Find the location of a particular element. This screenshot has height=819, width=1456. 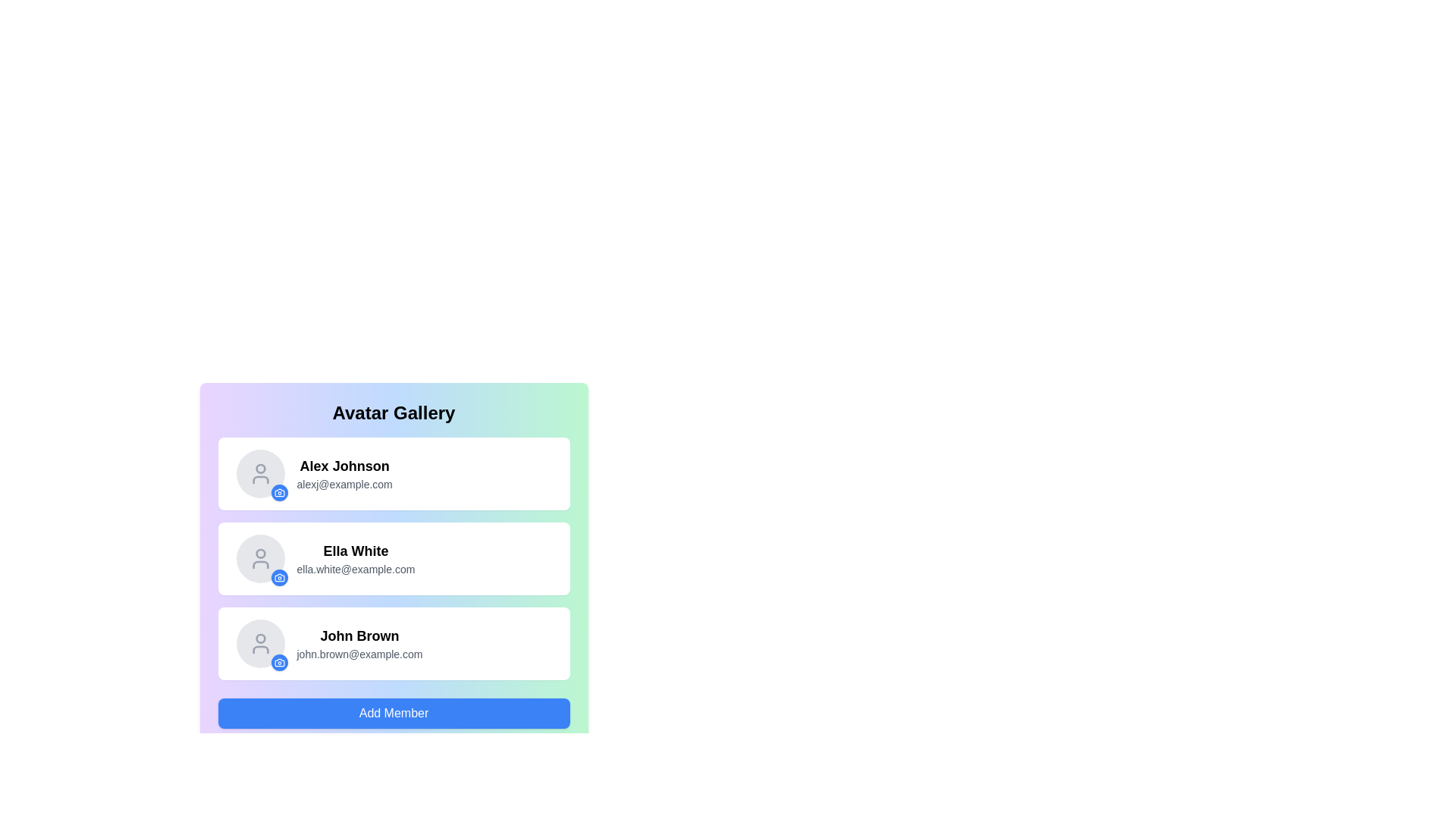

the text display showing the email address associated with the user 'John Brown', located below the name 'John Brown' in the same card section is located at coordinates (359, 654).